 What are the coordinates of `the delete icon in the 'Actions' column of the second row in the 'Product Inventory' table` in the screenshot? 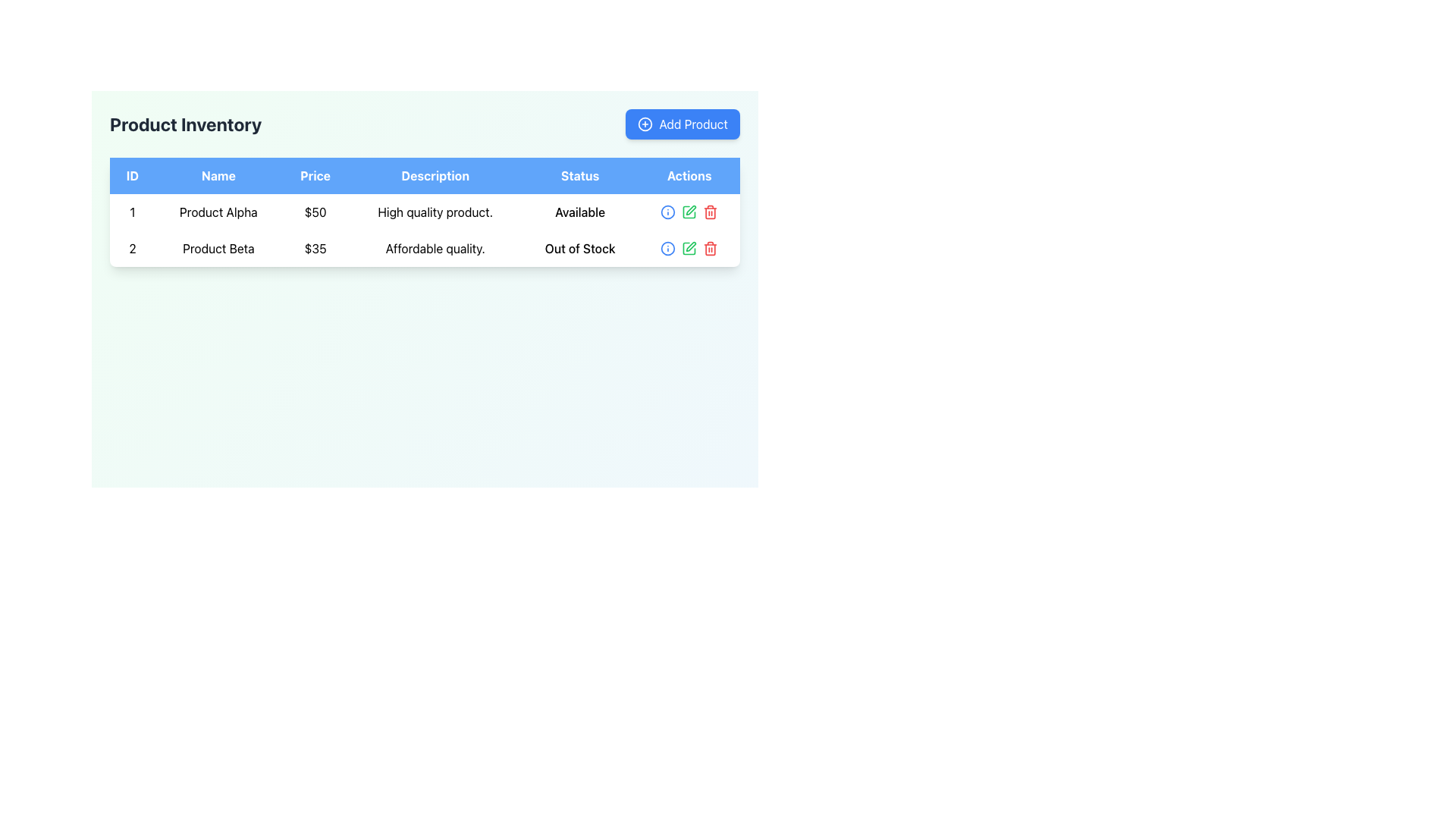 It's located at (710, 247).